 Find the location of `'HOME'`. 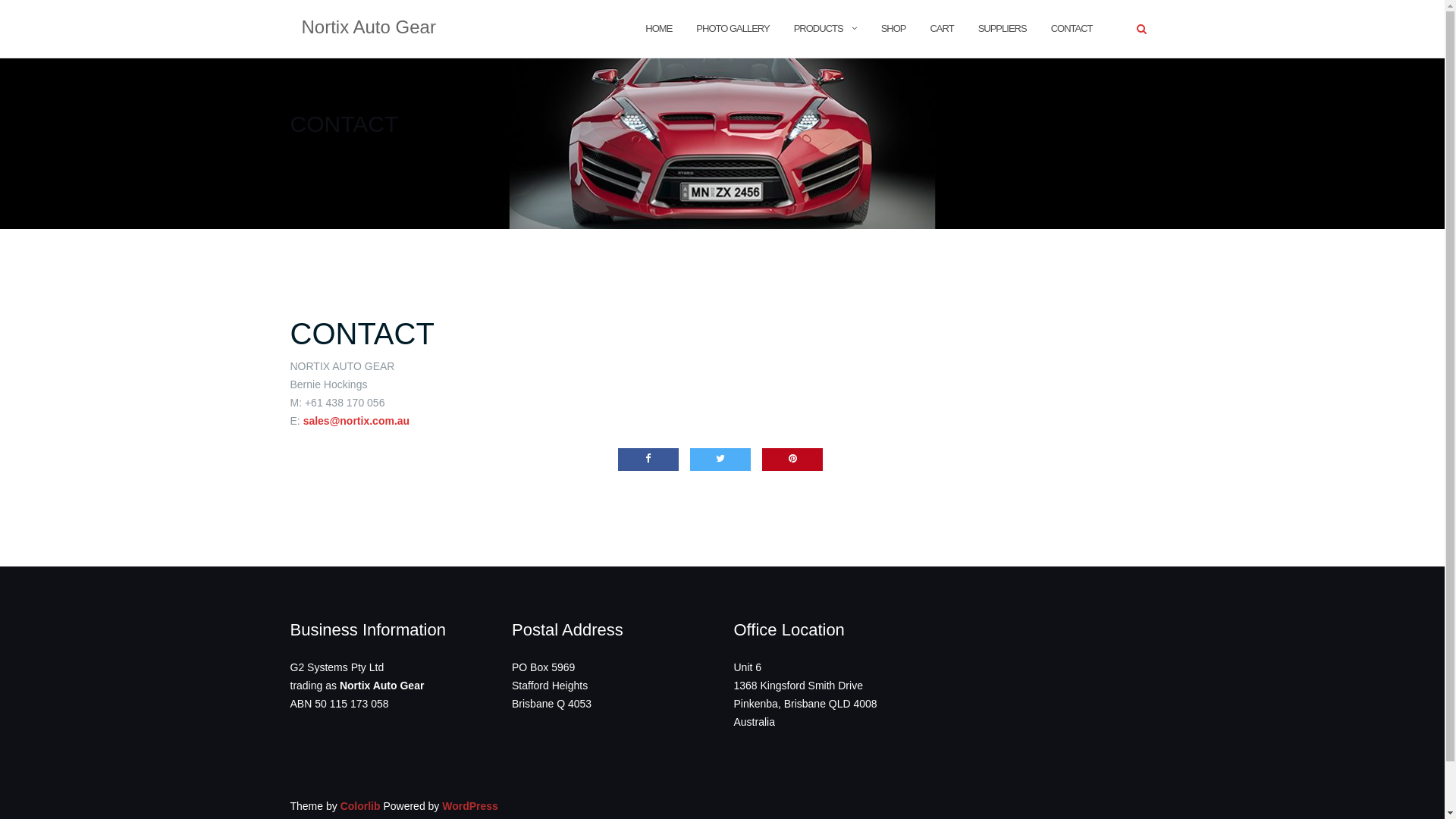

'HOME' is located at coordinates (645, 28).